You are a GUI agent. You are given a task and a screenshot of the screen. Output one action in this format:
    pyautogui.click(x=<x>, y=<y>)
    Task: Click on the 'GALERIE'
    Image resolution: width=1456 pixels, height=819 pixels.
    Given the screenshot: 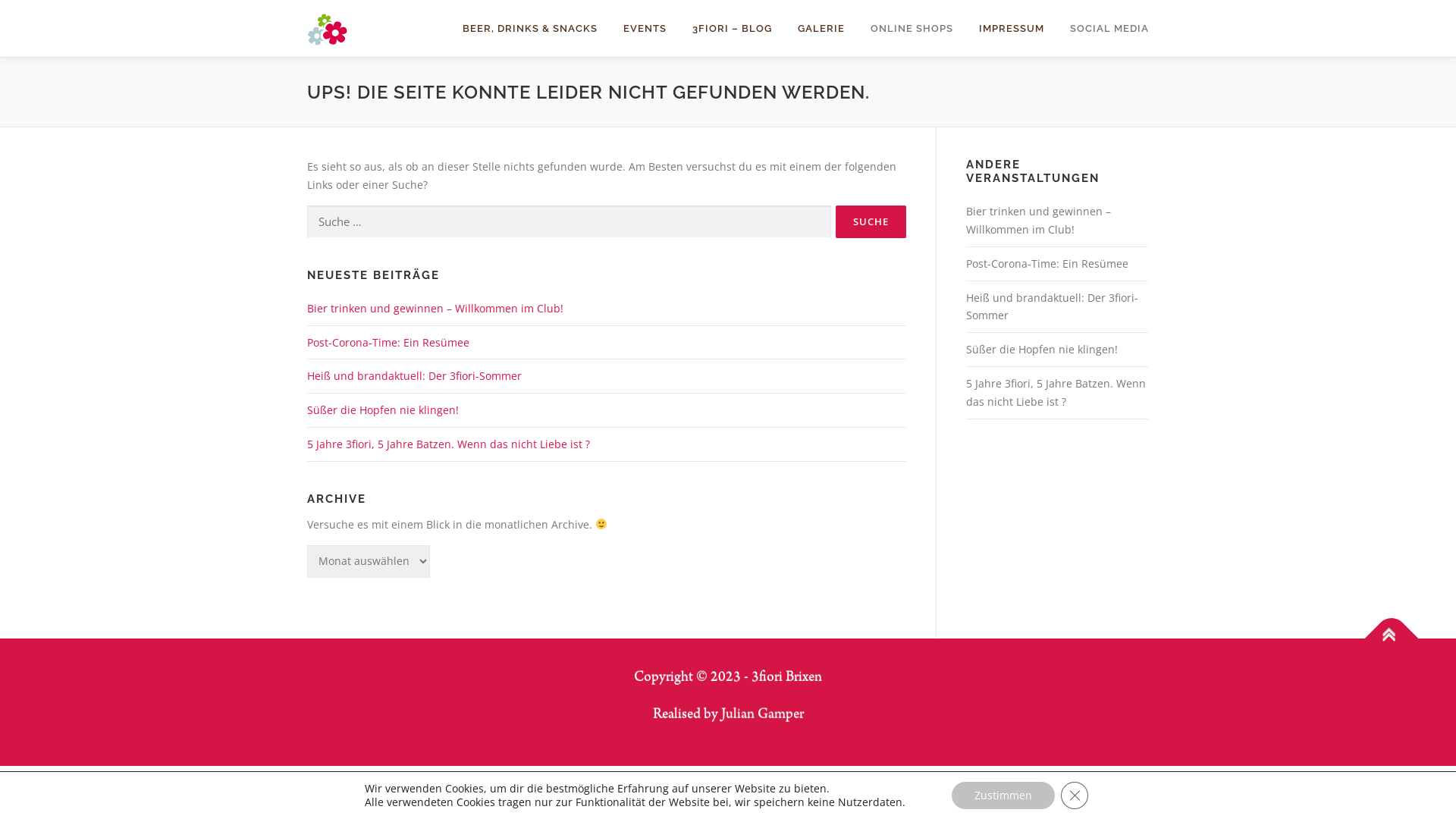 What is the action you would take?
    pyautogui.click(x=821, y=28)
    